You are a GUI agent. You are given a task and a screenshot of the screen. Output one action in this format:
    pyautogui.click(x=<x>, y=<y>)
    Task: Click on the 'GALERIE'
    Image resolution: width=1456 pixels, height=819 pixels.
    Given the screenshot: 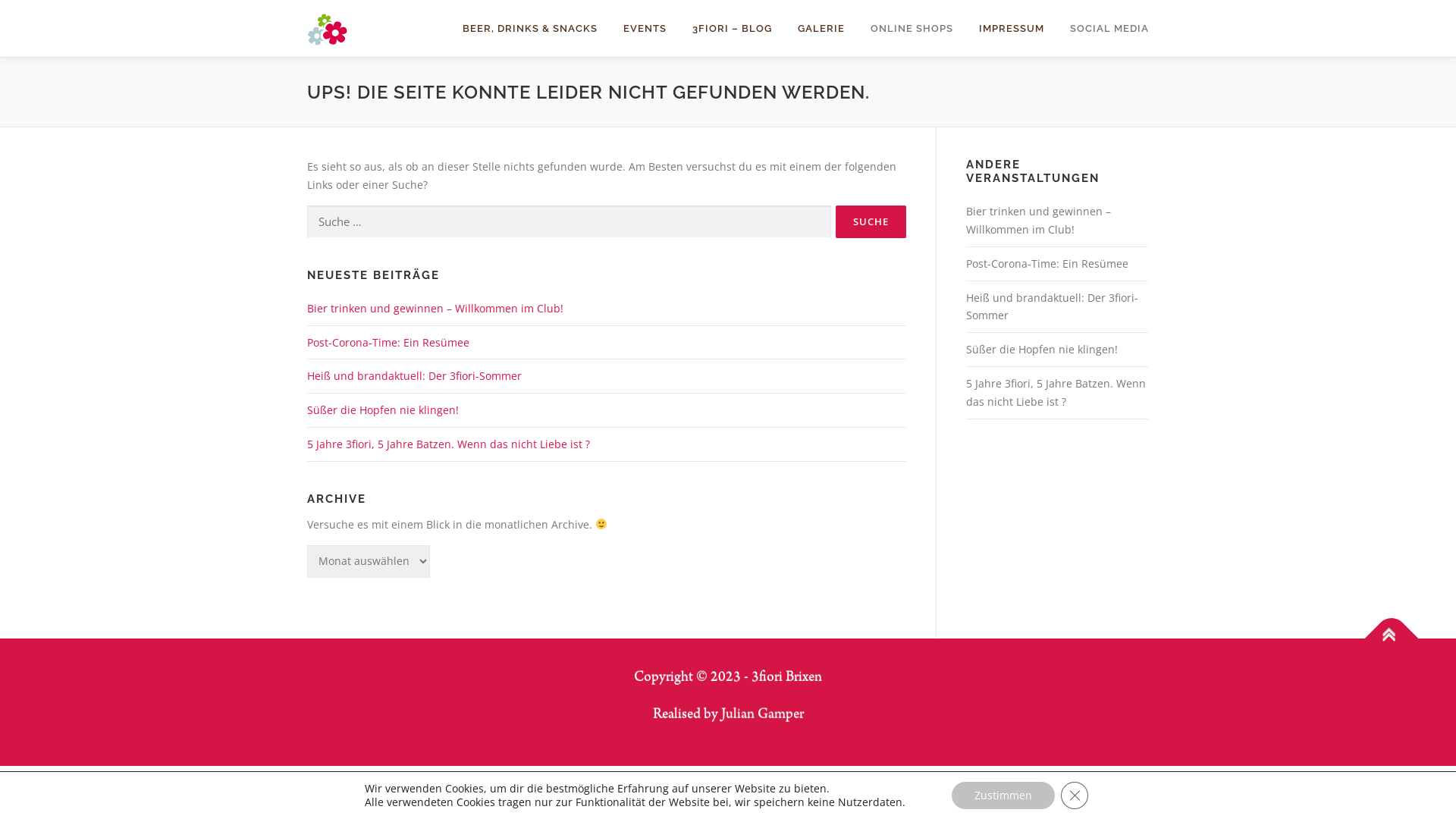 What is the action you would take?
    pyautogui.click(x=821, y=28)
    